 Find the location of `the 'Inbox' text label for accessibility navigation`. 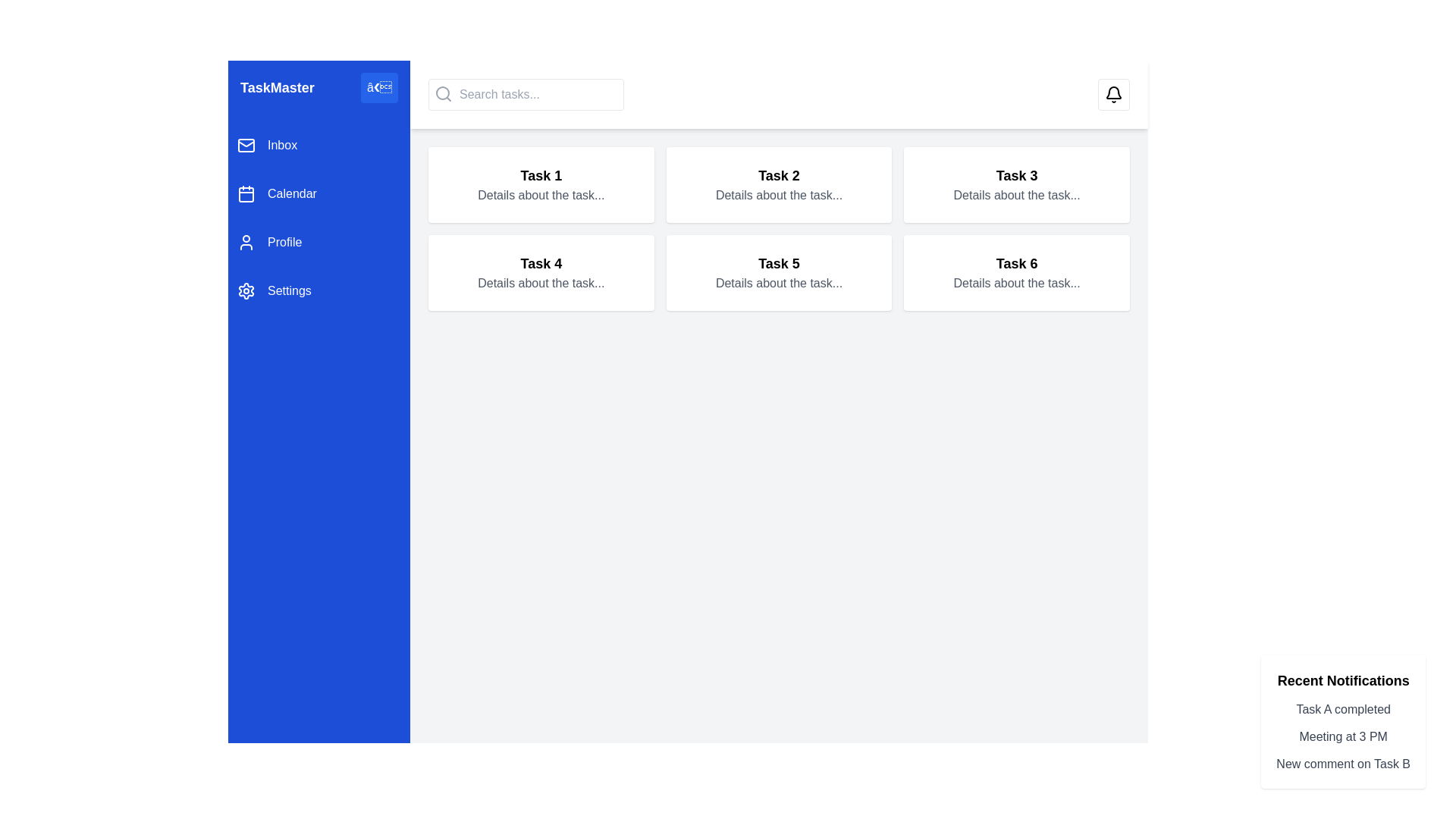

the 'Inbox' text label for accessibility navigation is located at coordinates (282, 146).